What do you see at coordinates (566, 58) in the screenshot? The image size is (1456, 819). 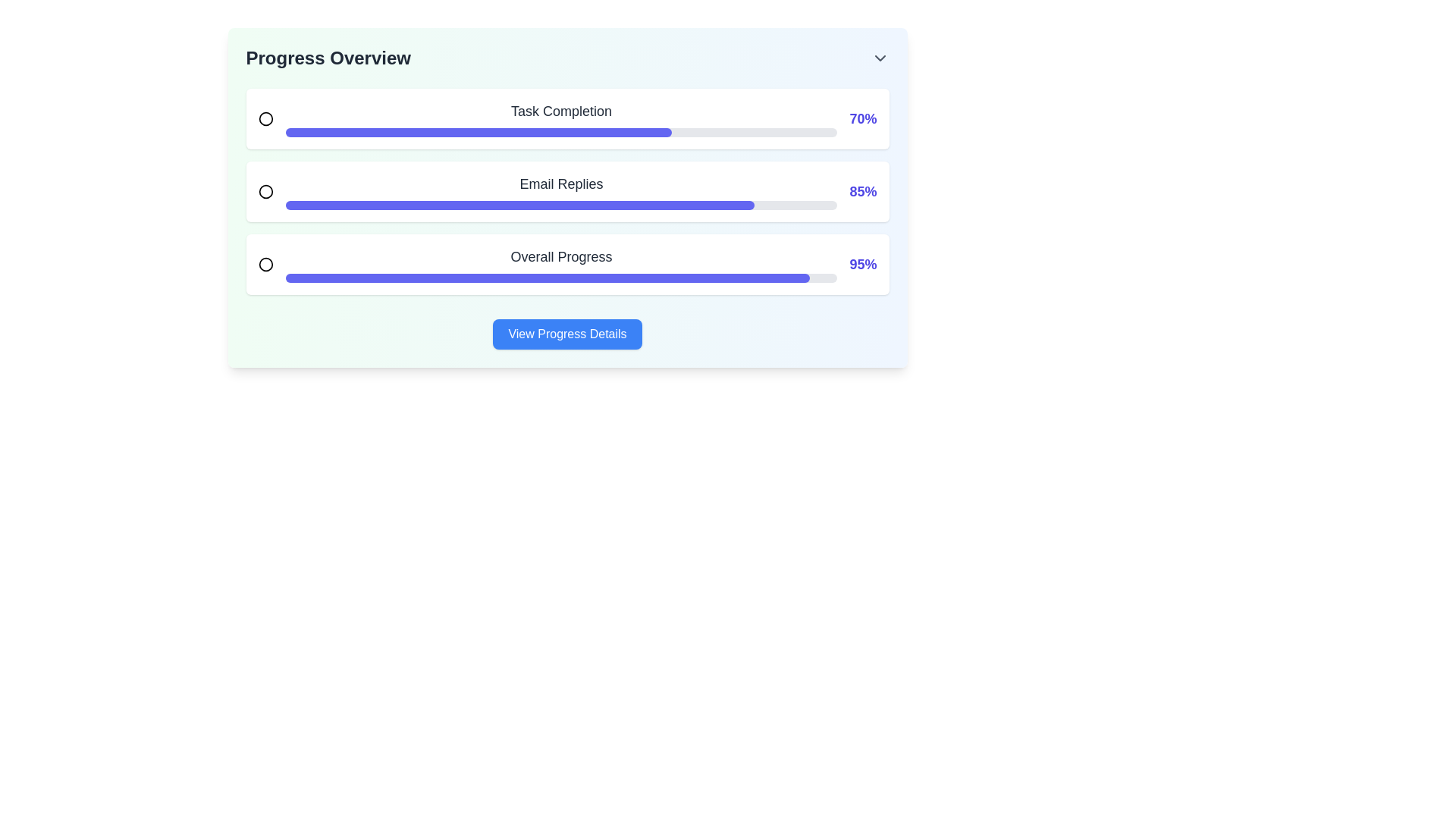 I see `the Title bar which serves as a heading for the related progress section below it, indicated by its left-aligned text and the chevron icon on the right` at bounding box center [566, 58].